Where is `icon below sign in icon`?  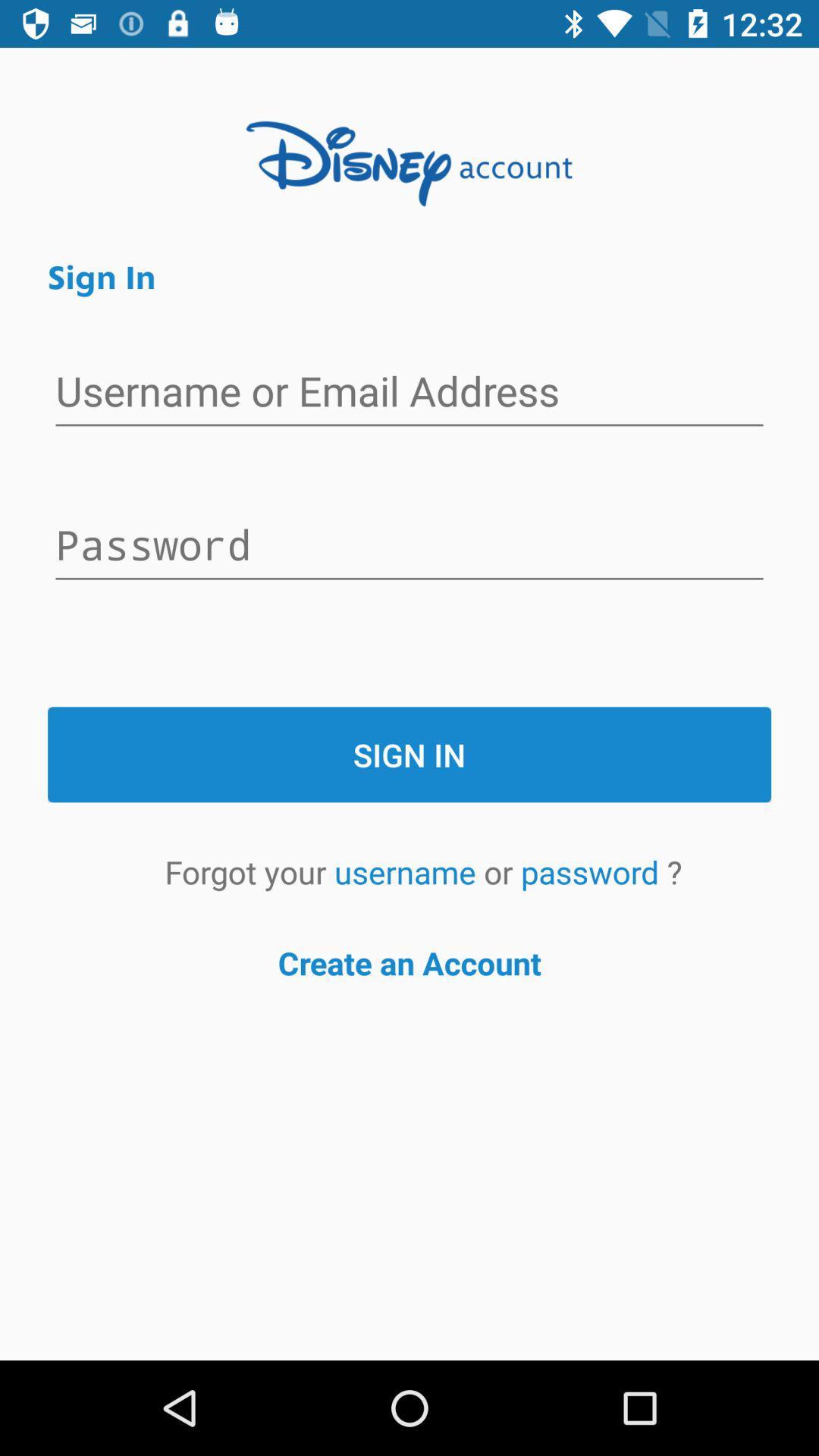 icon below sign in icon is located at coordinates (409, 393).